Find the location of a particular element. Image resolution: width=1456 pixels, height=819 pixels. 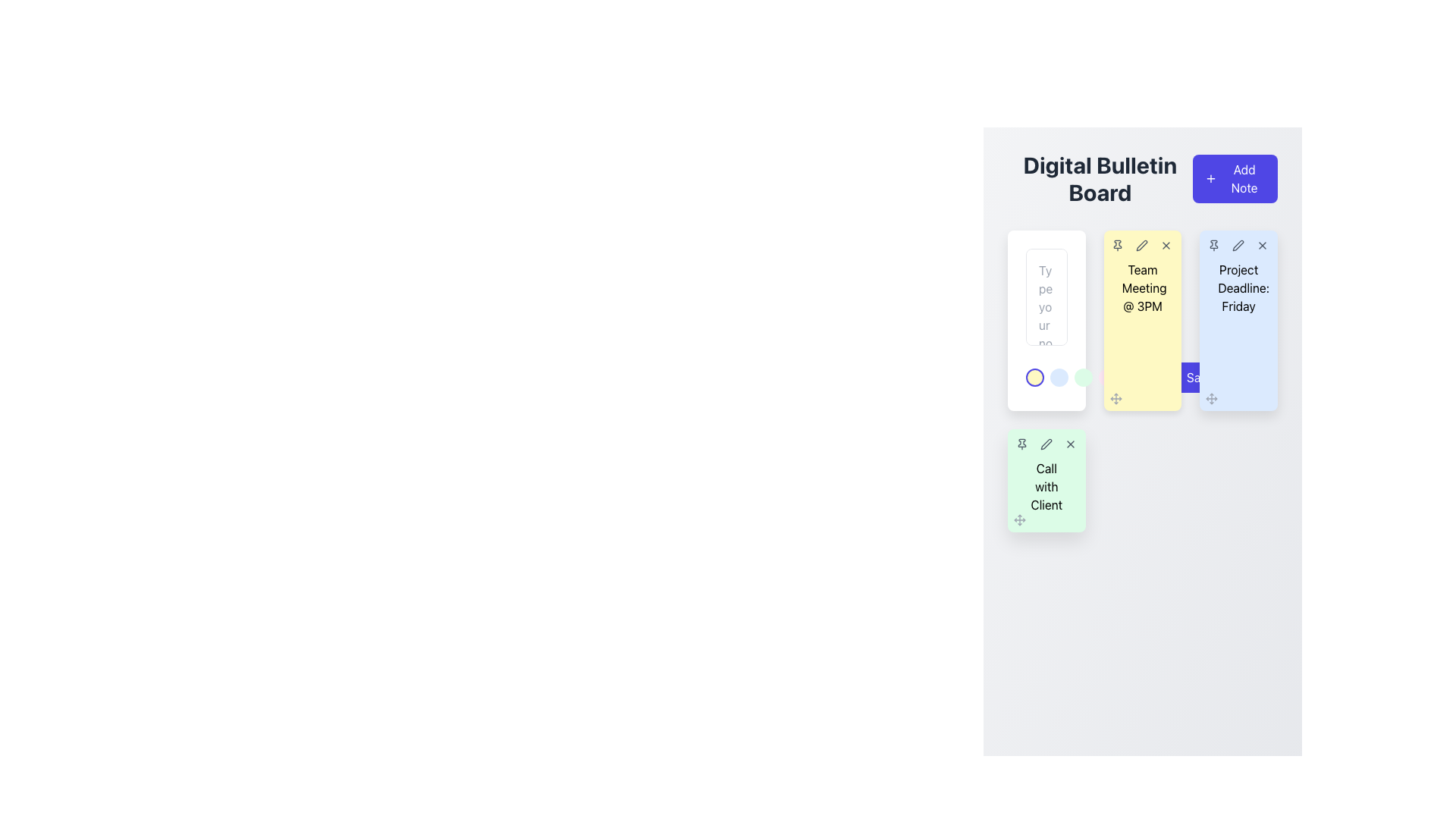

the small pen icon located in the header of the blue note titled 'Project Deadline: Friday' is located at coordinates (1238, 245).